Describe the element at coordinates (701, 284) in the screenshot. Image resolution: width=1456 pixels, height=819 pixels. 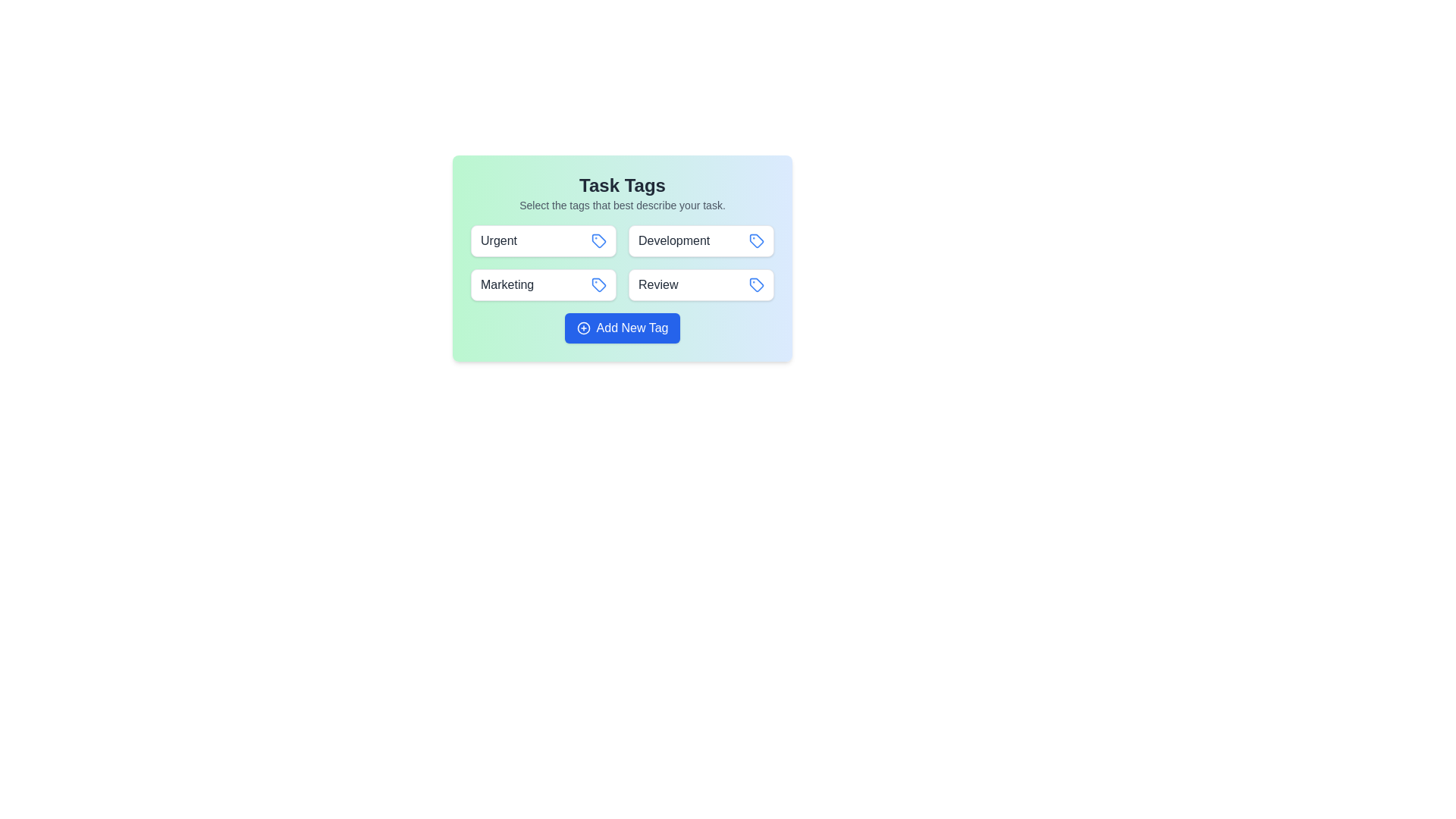
I see `the tag labeled Review` at that location.